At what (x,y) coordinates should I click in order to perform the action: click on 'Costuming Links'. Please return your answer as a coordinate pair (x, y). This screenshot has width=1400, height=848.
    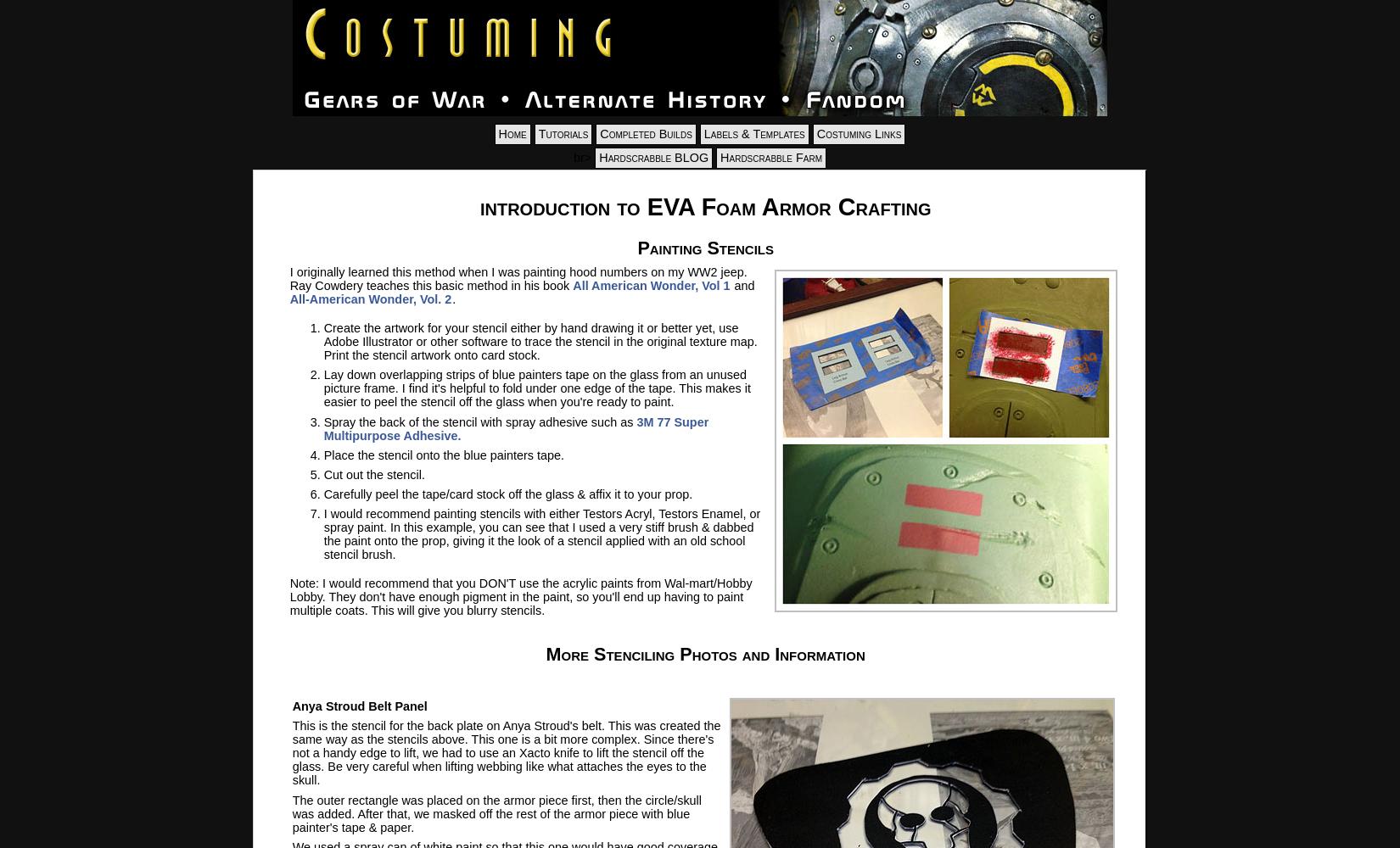
    Looking at the image, I should click on (858, 134).